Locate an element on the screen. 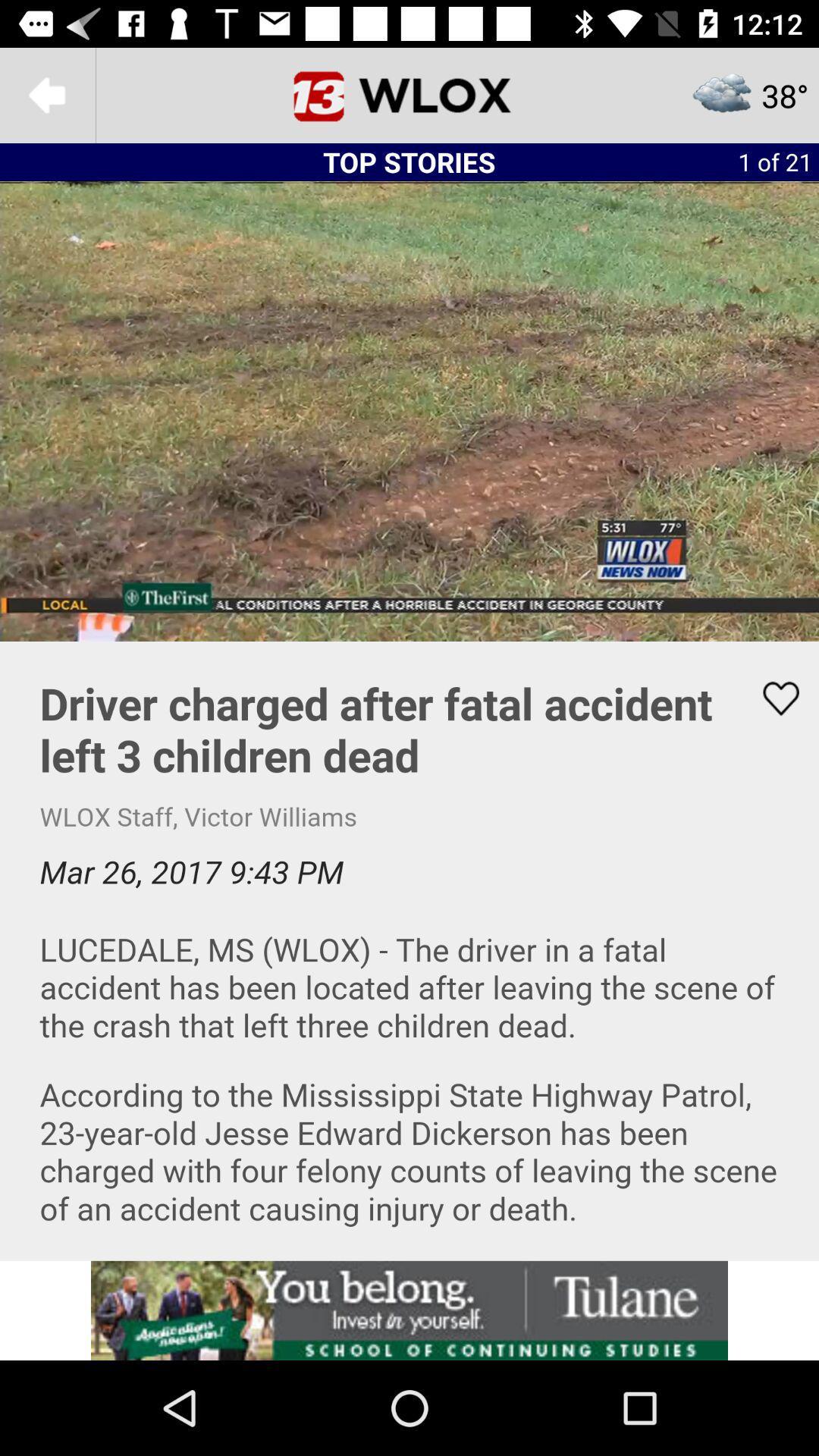  news headline is located at coordinates (409, 949).